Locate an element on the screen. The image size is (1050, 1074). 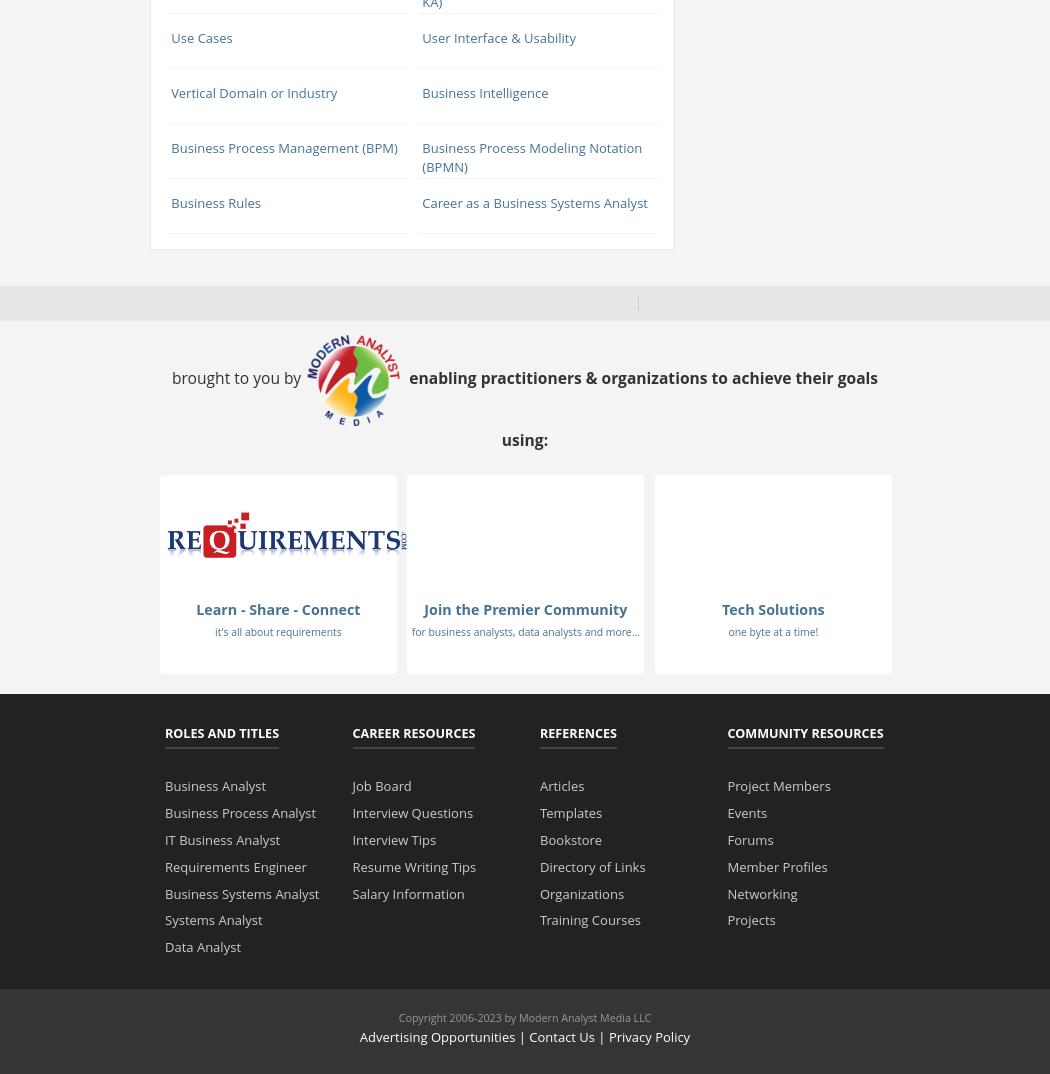
'Systems Analyst' is located at coordinates (212, 919).